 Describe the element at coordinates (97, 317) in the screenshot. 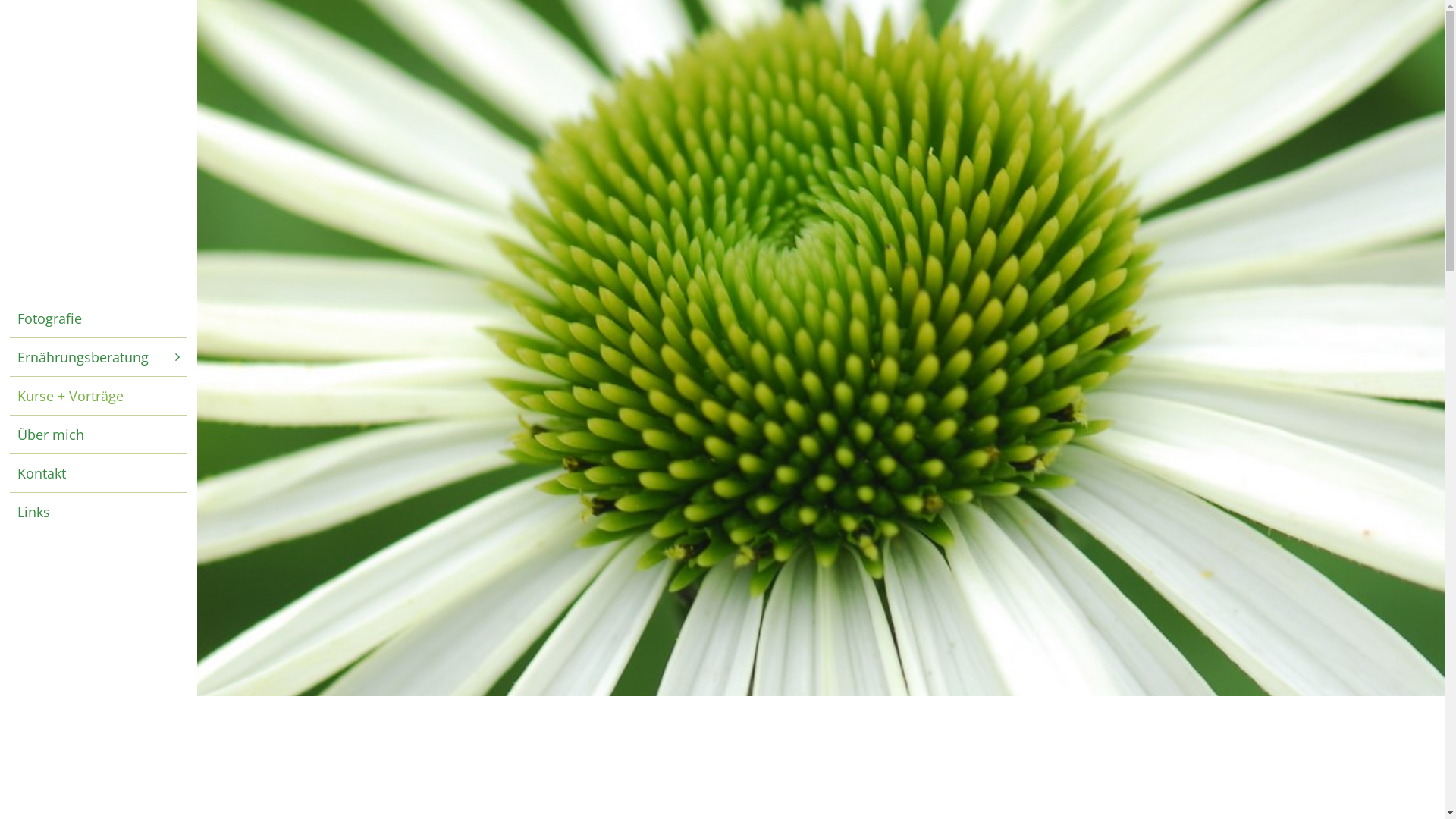

I see `'Fotografie'` at that location.